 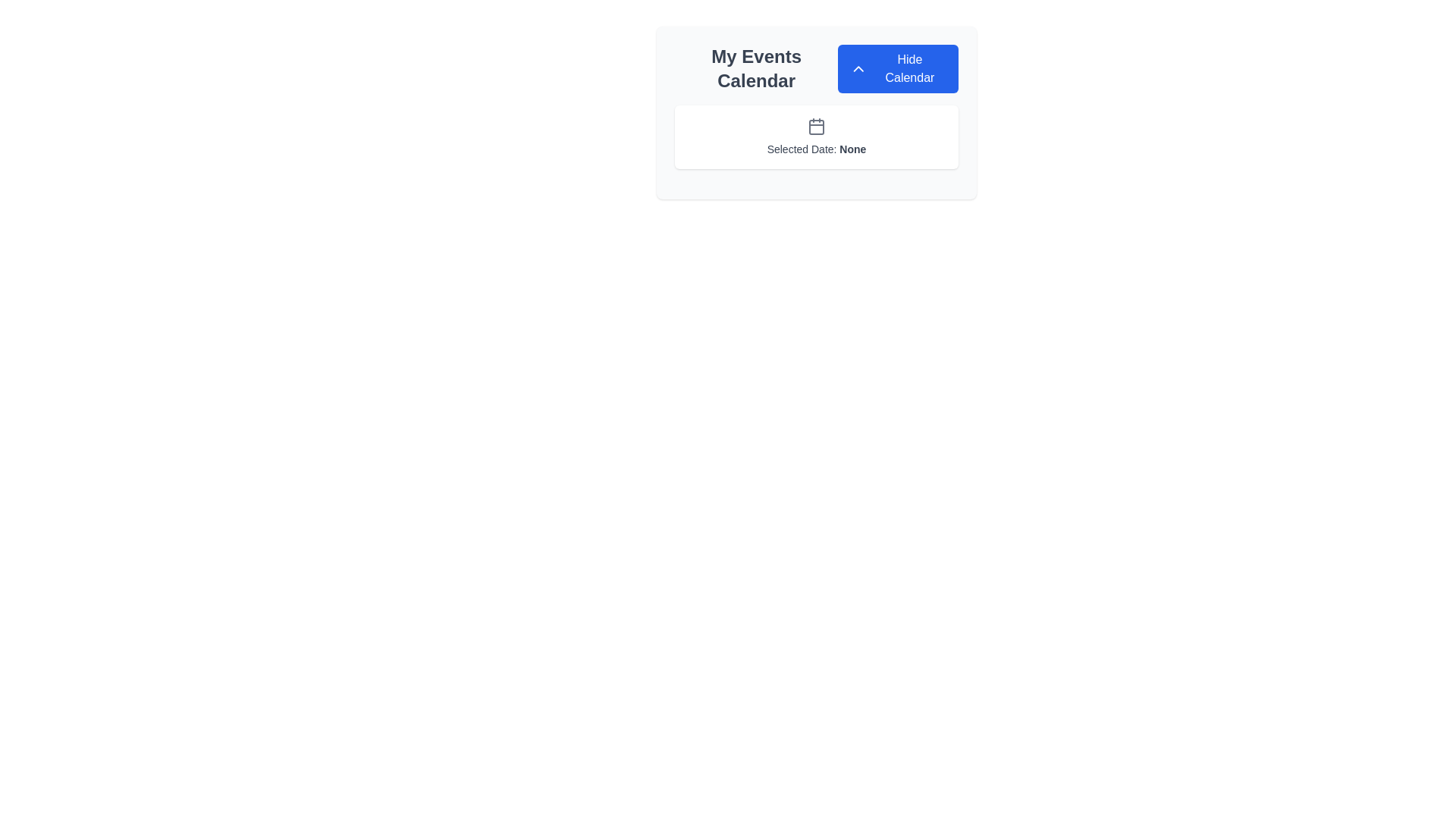 What do you see at coordinates (815, 149) in the screenshot?
I see `the text label displaying 'Selected Date: None', which is styled with a small font size and light gray color, located beneath the calendar icon and the text 'My Events Calendar'` at bounding box center [815, 149].